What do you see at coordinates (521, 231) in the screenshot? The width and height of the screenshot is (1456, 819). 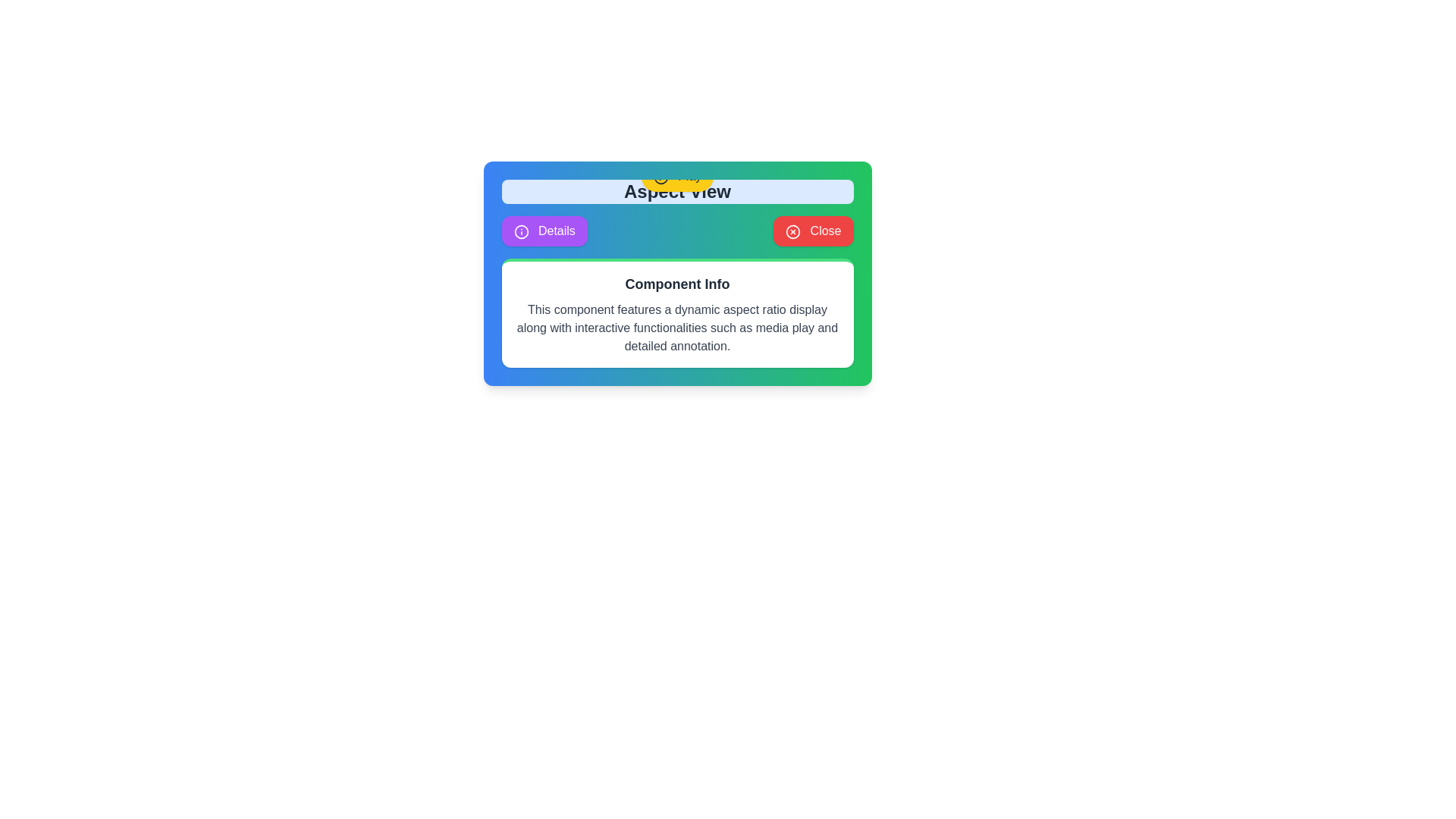 I see `the Information Icon located on the left side of the 'Details' button` at bounding box center [521, 231].